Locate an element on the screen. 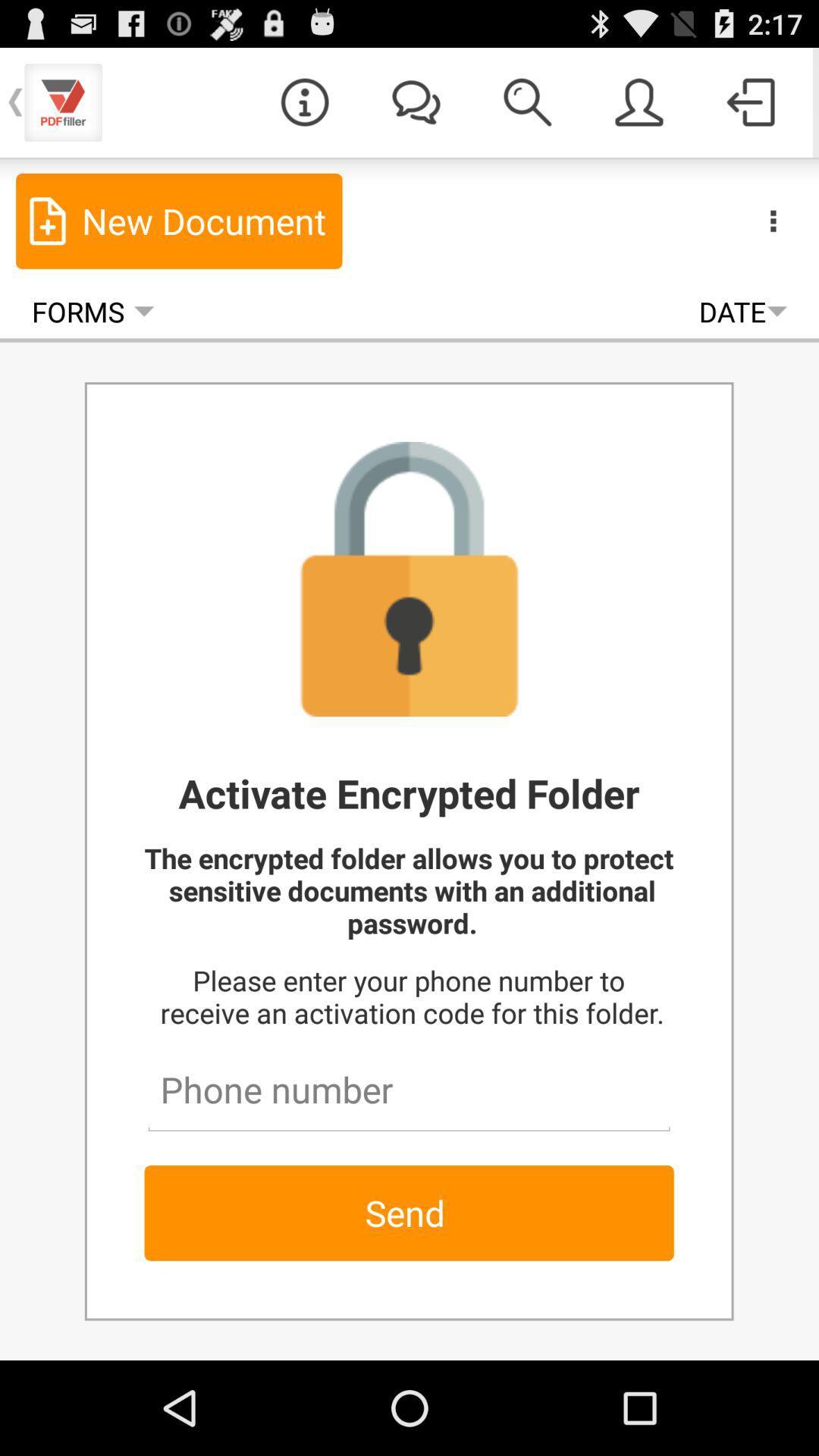  new document item is located at coordinates (178, 220).